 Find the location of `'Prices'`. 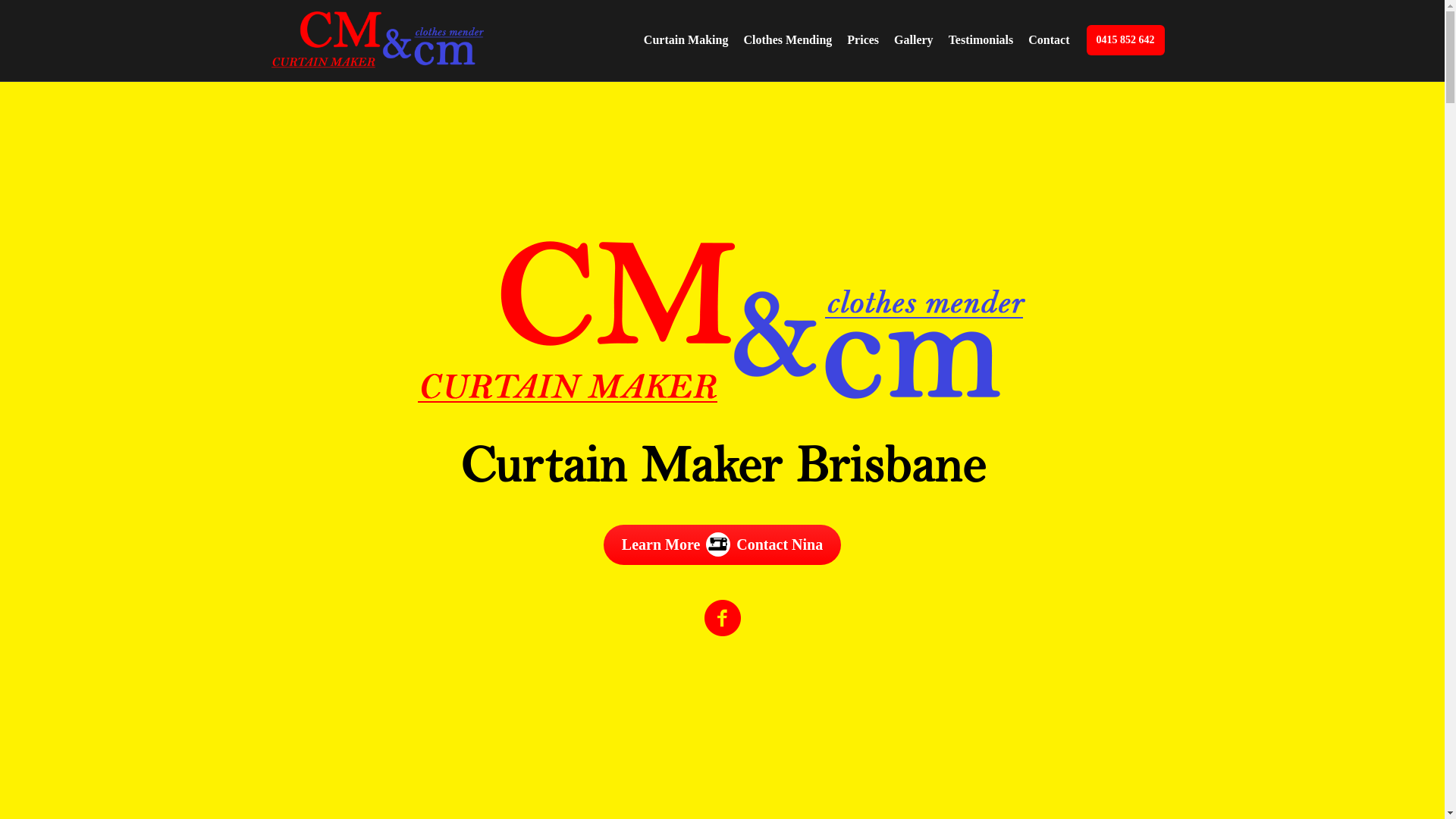

'Prices' is located at coordinates (862, 39).